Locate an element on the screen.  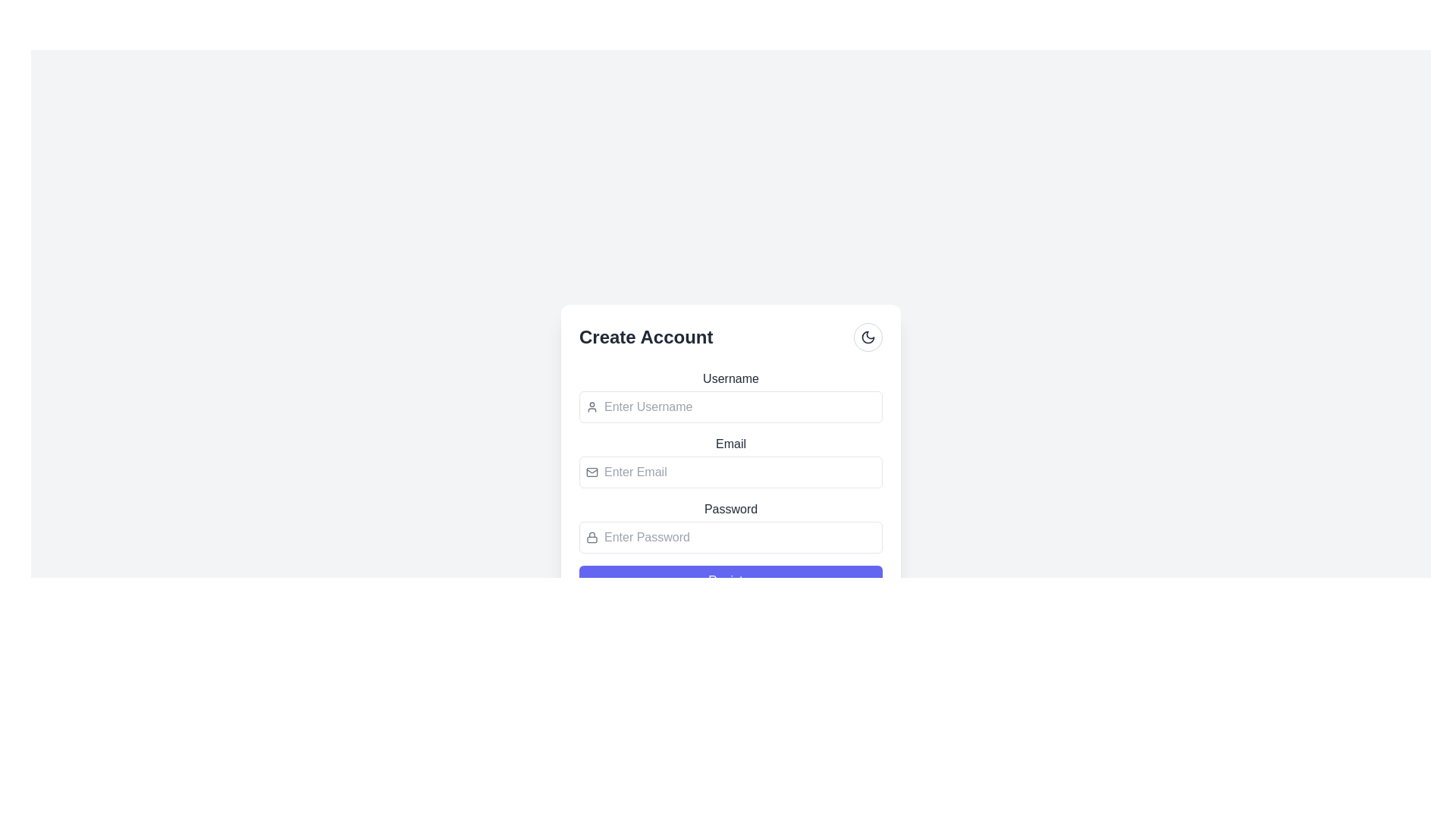
the dark mode toggle icon located in the top-right corner of the 'Create Account' form box to change the theme is located at coordinates (868, 336).